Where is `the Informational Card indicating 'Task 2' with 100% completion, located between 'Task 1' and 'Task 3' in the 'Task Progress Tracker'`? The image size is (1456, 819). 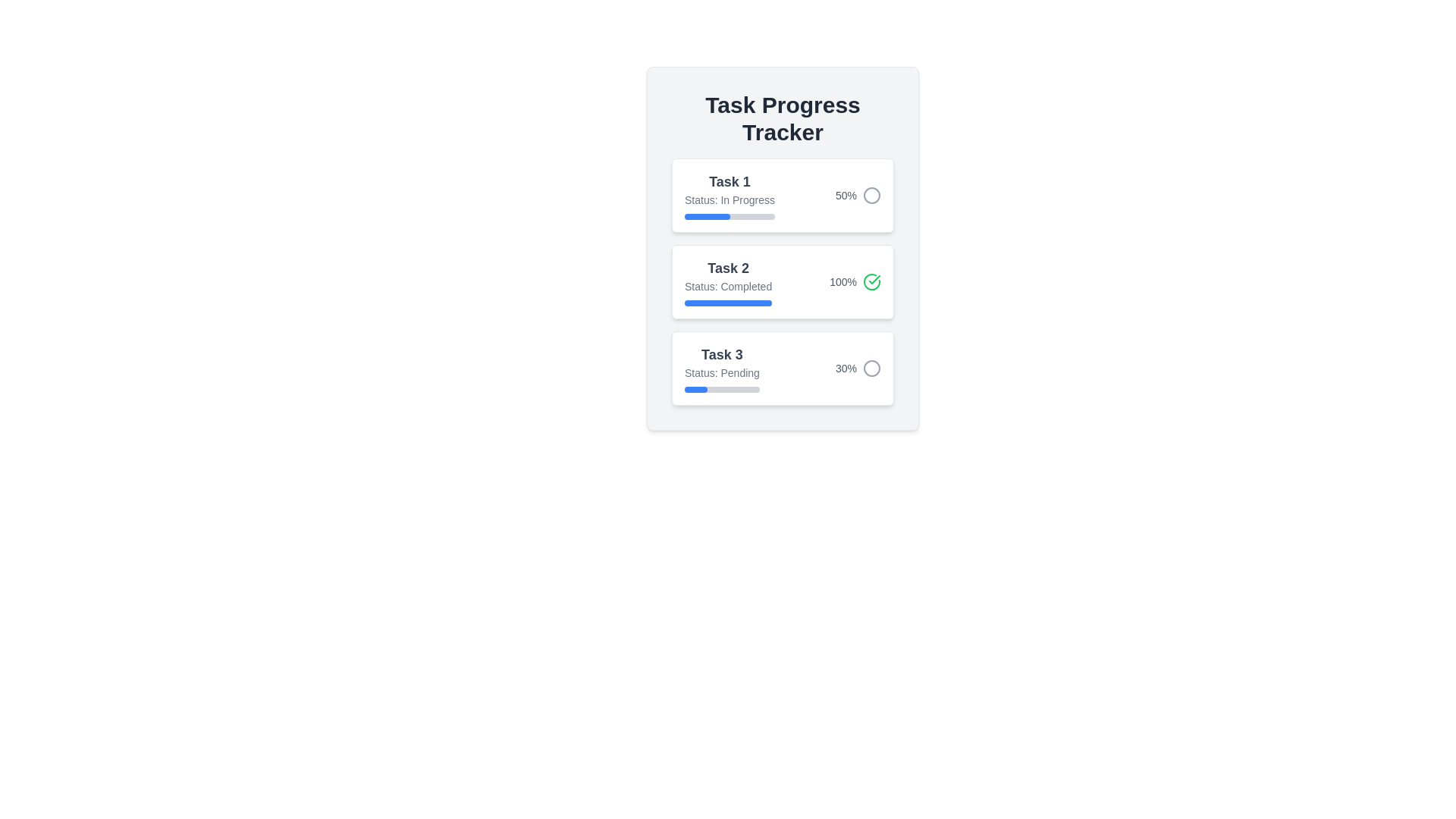 the Informational Card indicating 'Task 2' with 100% completion, located between 'Task 1' and 'Task 3' in the 'Task Progress Tracker' is located at coordinates (783, 247).